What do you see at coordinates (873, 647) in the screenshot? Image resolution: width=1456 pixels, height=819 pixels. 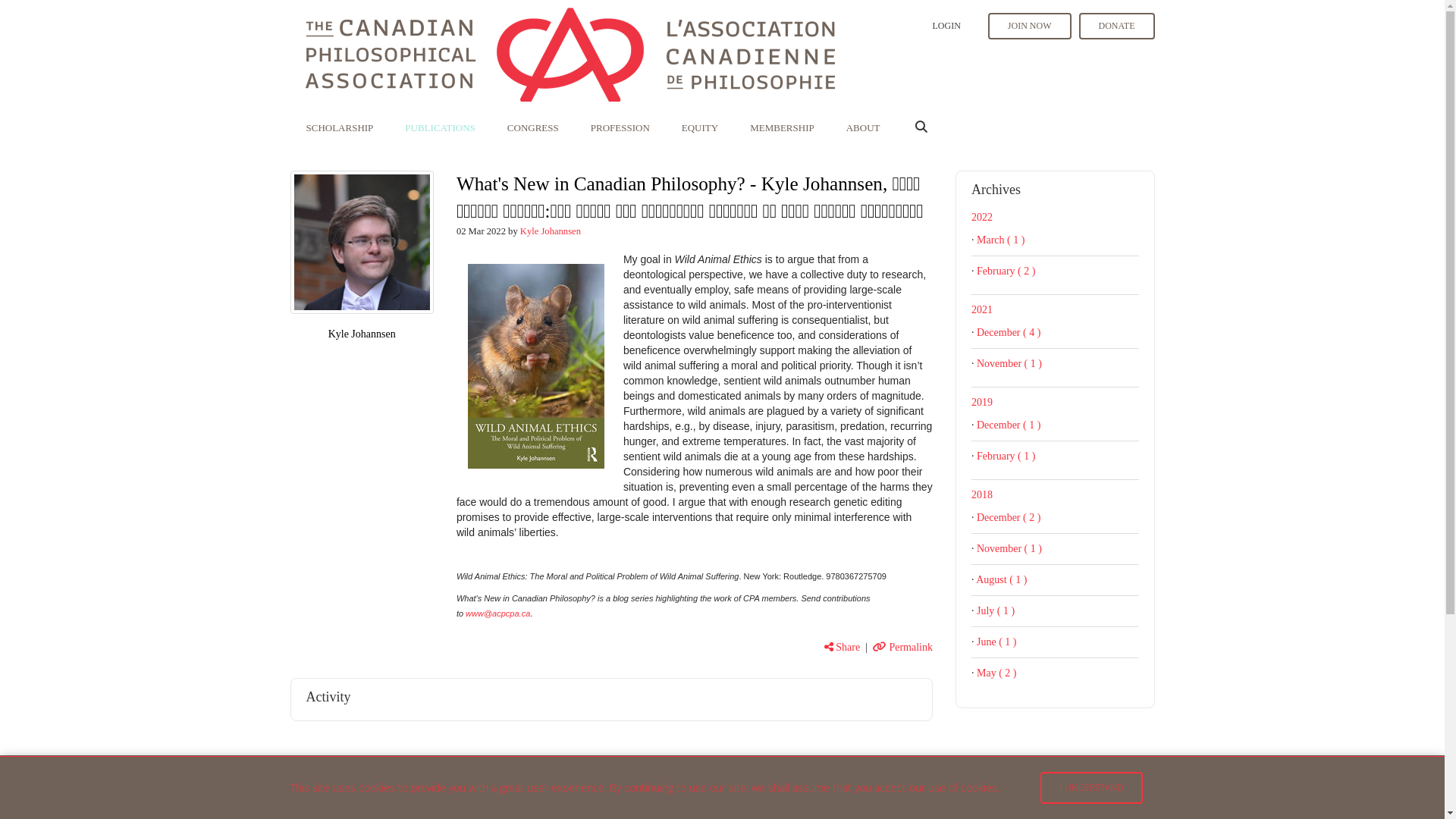 I see `'Permalink'` at bounding box center [873, 647].